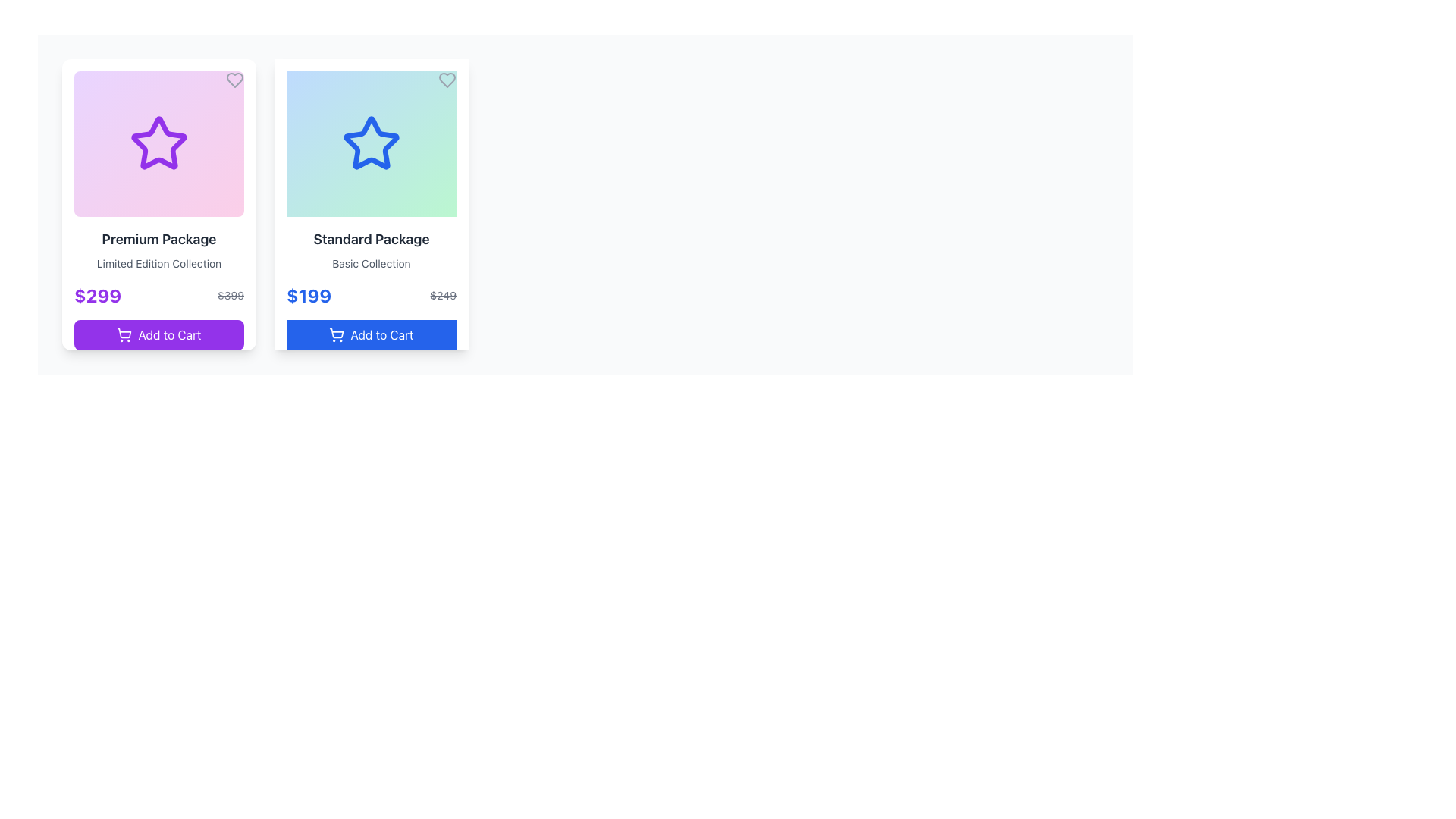 This screenshot has height=819, width=1456. What do you see at coordinates (159, 239) in the screenshot?
I see `title of the text label displaying 'Premium Package' in large, bold, dark gray font, located prominently in the upper half of the card layout` at bounding box center [159, 239].